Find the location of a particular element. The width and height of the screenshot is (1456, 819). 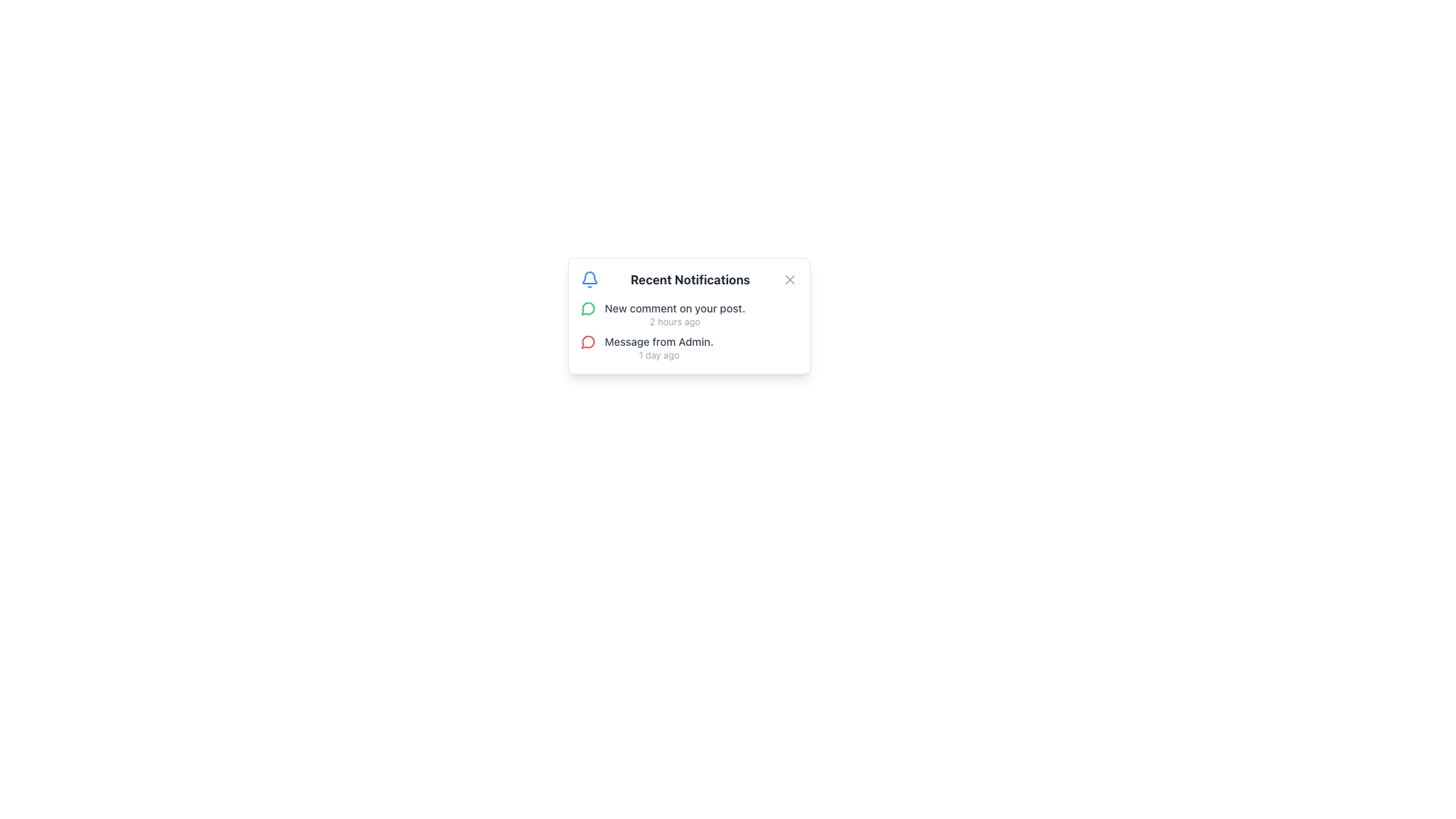

the timestamp text label that indicates the timing of the associated action within the notification card, located below the text 'New comment on your post.' is located at coordinates (674, 321).